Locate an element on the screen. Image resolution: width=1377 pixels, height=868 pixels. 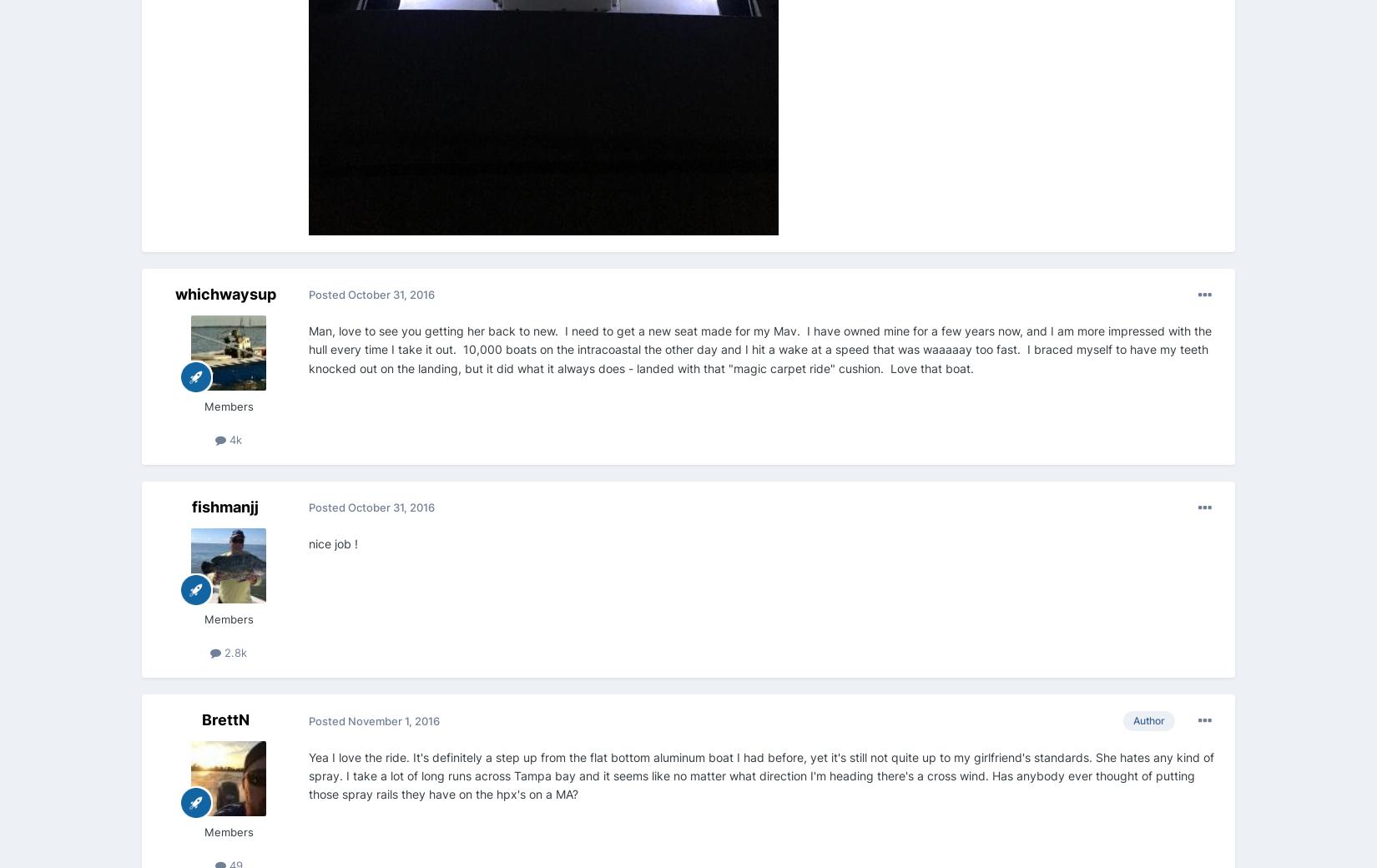
'4k' is located at coordinates (234, 438).